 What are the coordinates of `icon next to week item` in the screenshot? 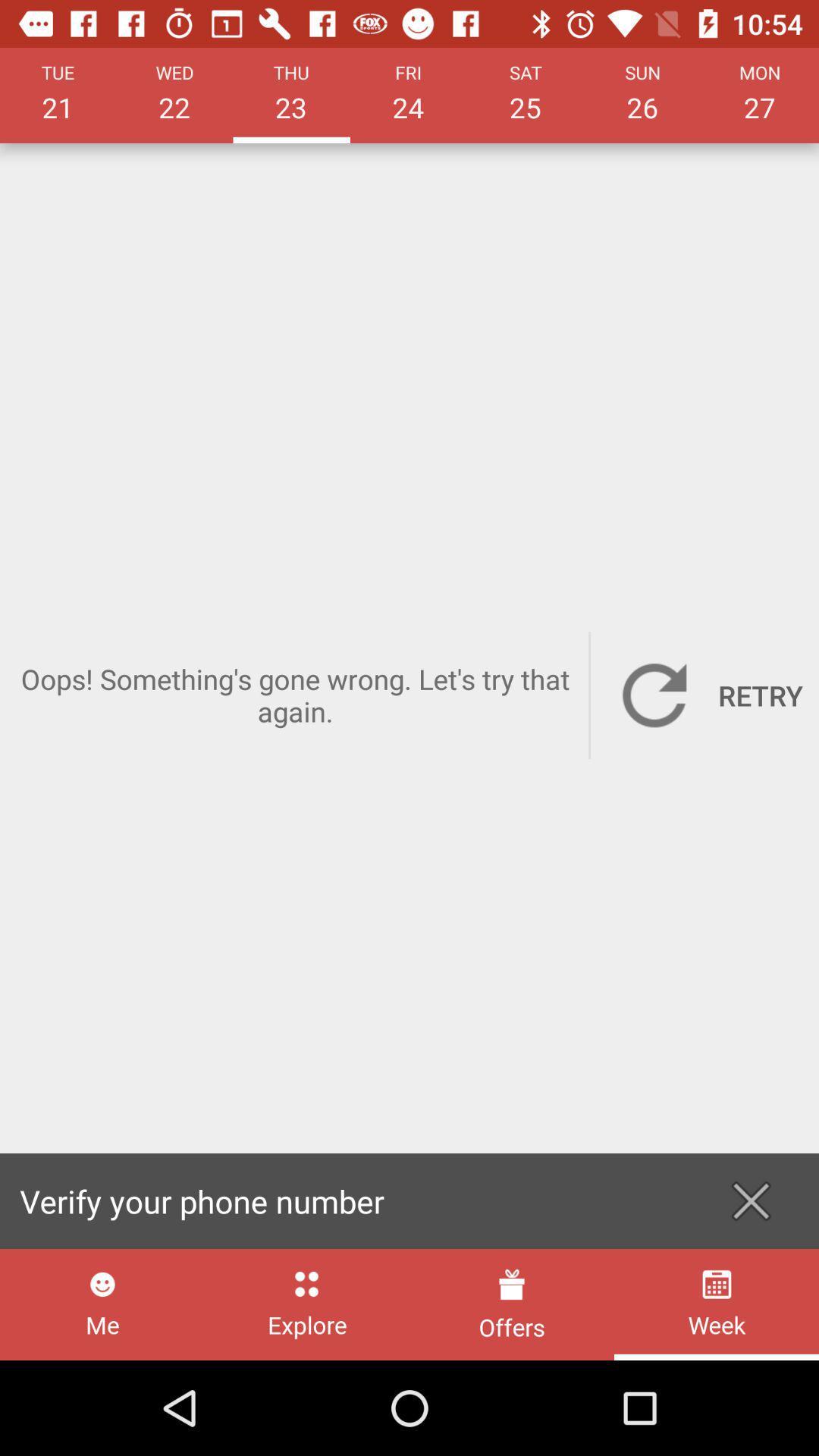 It's located at (512, 1304).